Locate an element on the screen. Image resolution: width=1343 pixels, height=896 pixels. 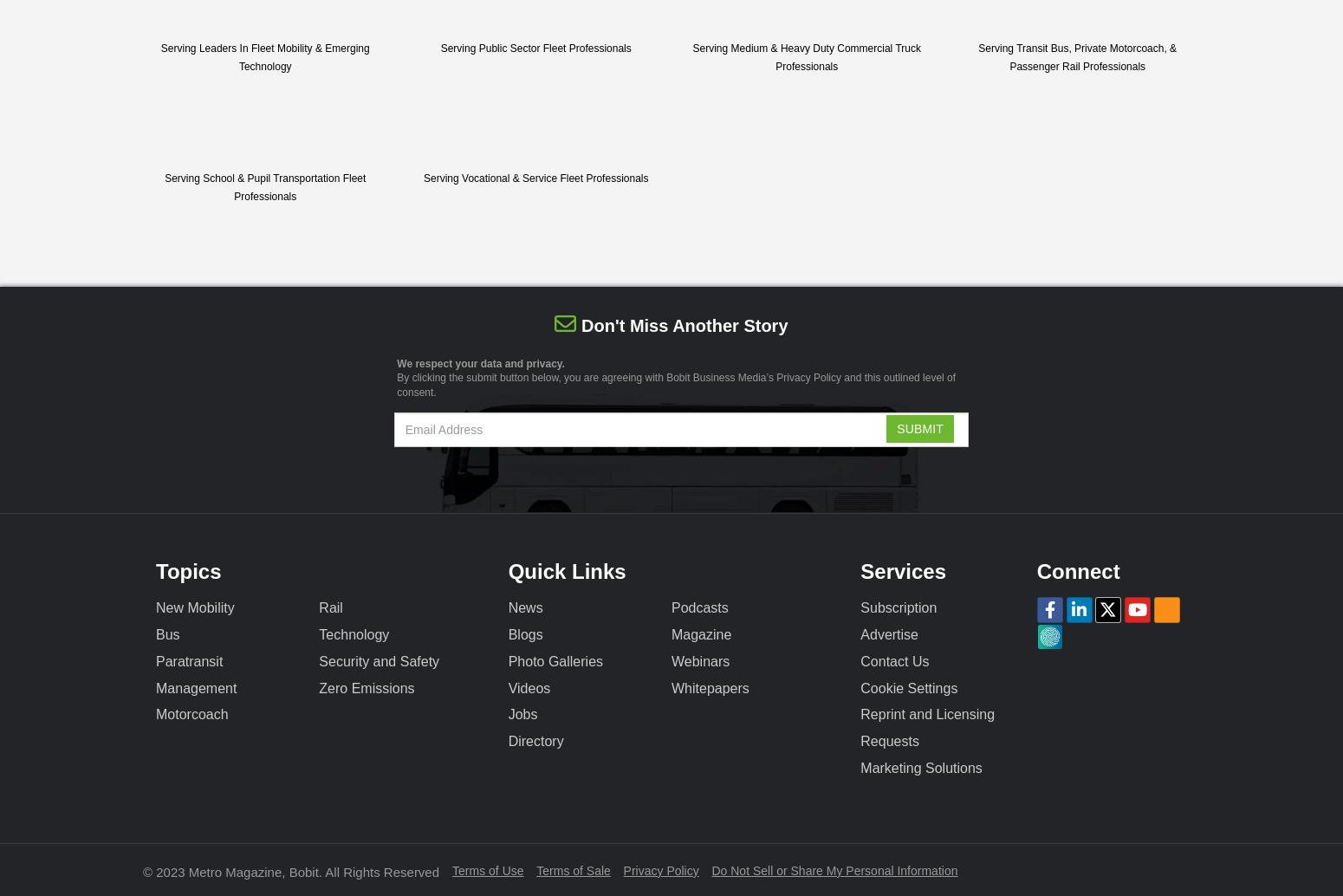
'Reprint and Licensing Requests' is located at coordinates (859, 727).